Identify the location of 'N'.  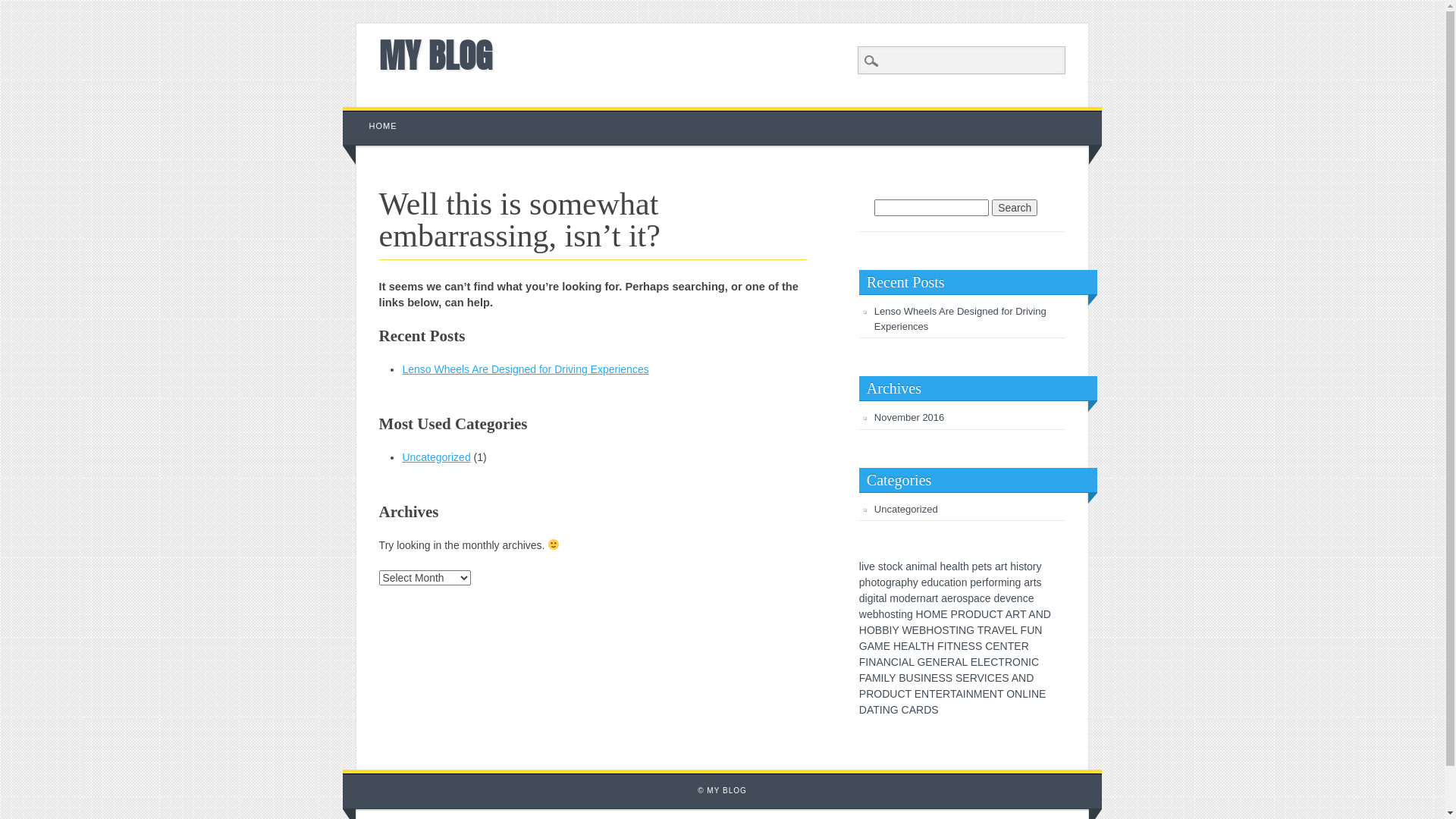
(935, 661).